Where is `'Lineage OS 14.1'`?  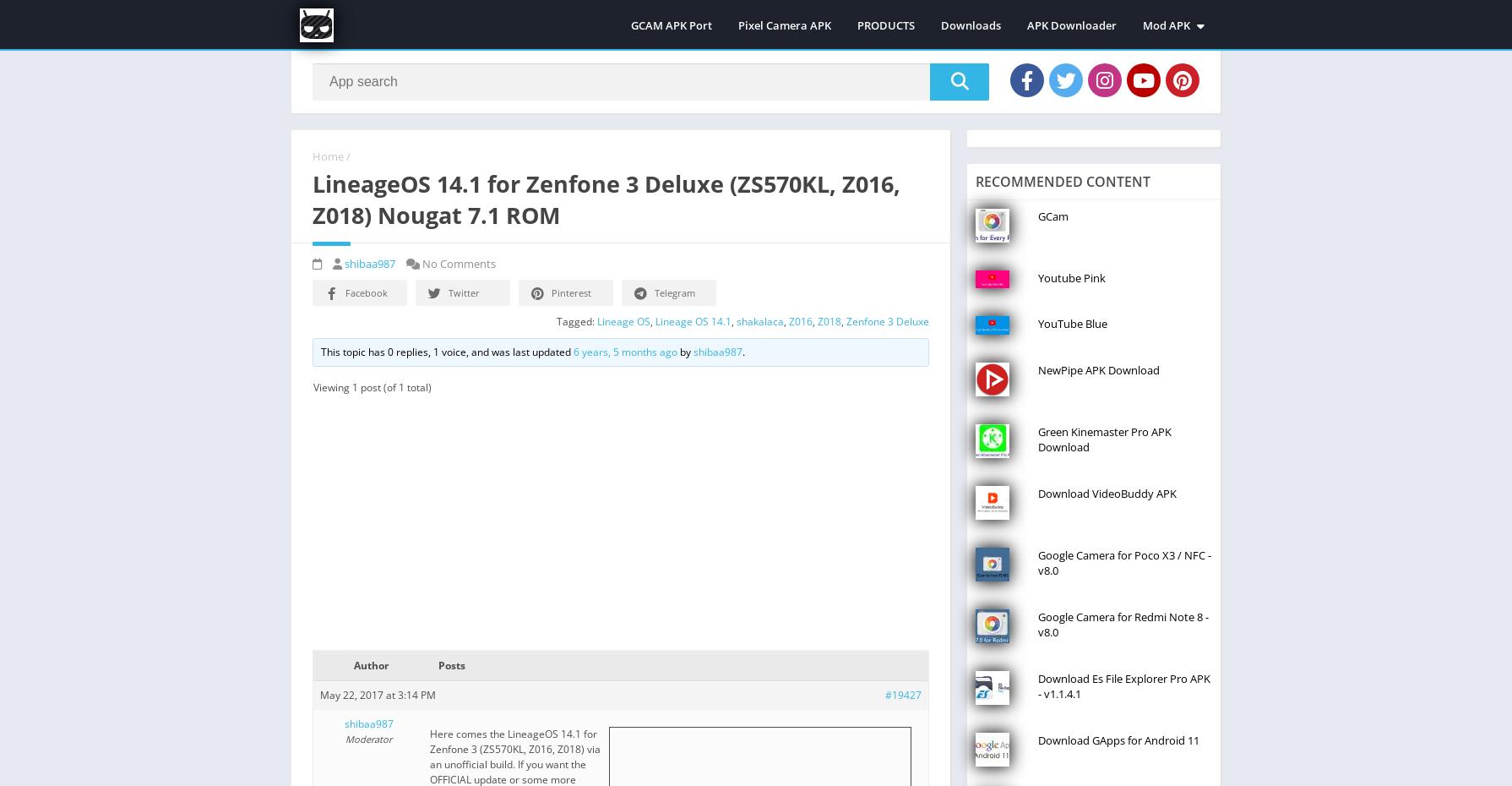
'Lineage OS 14.1' is located at coordinates (654, 319).